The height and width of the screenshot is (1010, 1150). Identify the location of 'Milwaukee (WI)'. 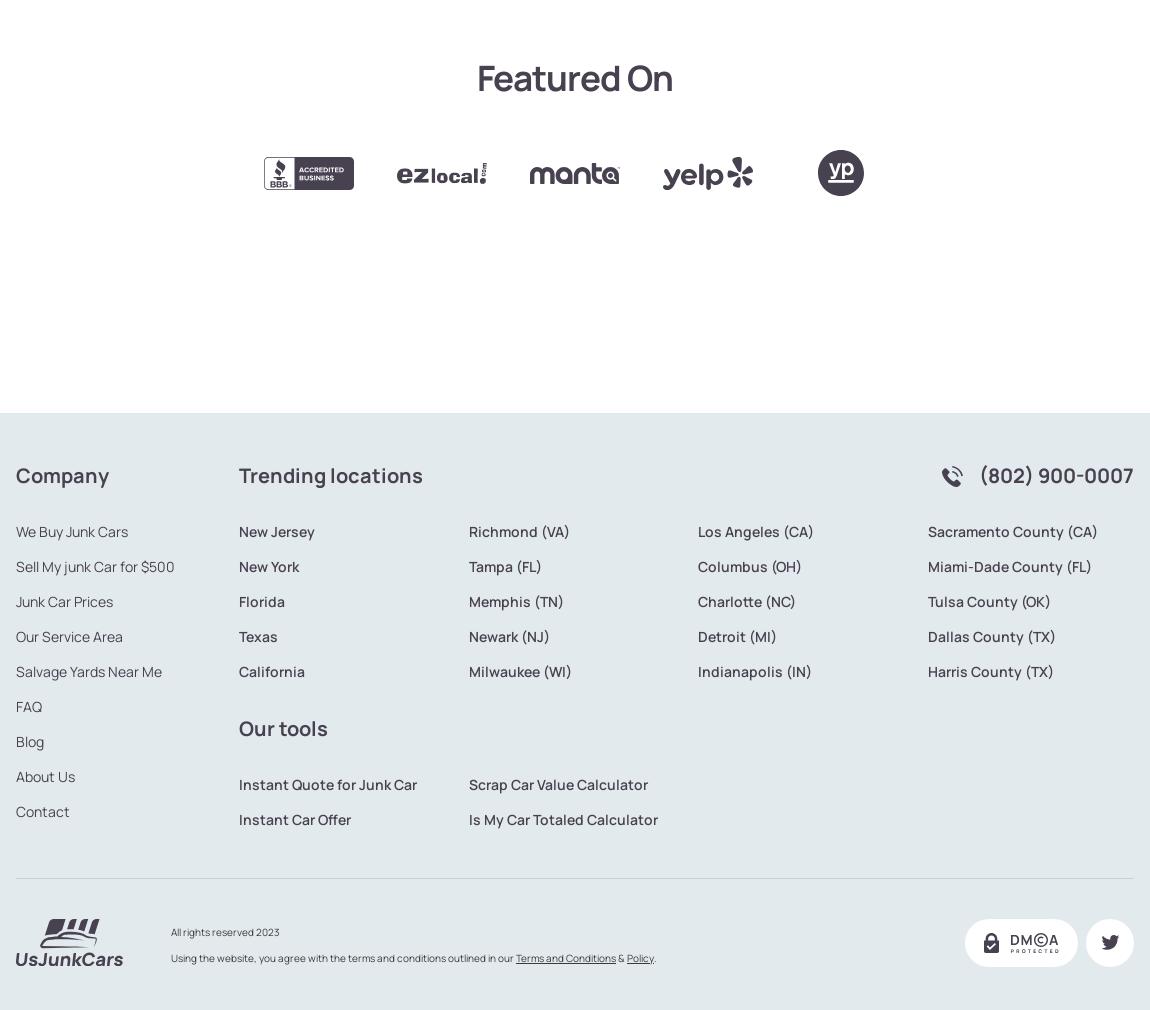
(519, 602).